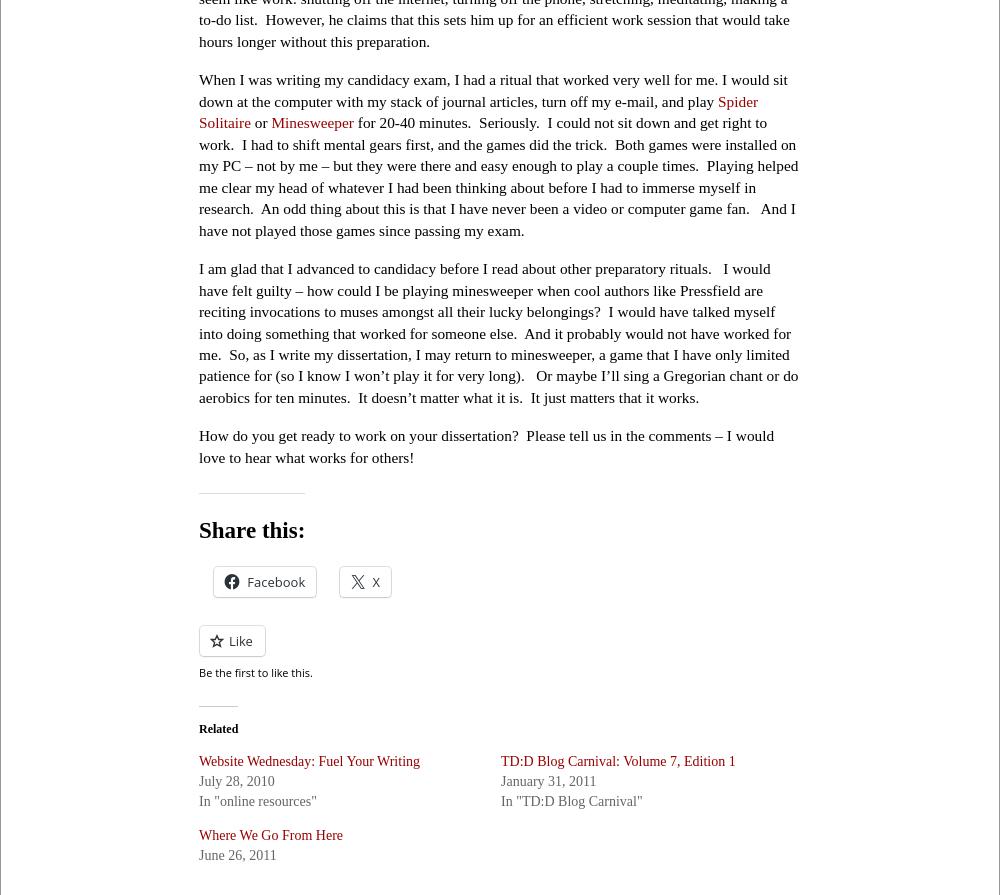 The height and width of the screenshot is (895, 1001). What do you see at coordinates (486, 445) in the screenshot?
I see `'How do you get ready to work on your dissertation?  Please tell us in the comments – I would love to hear what works for others!'` at bounding box center [486, 445].